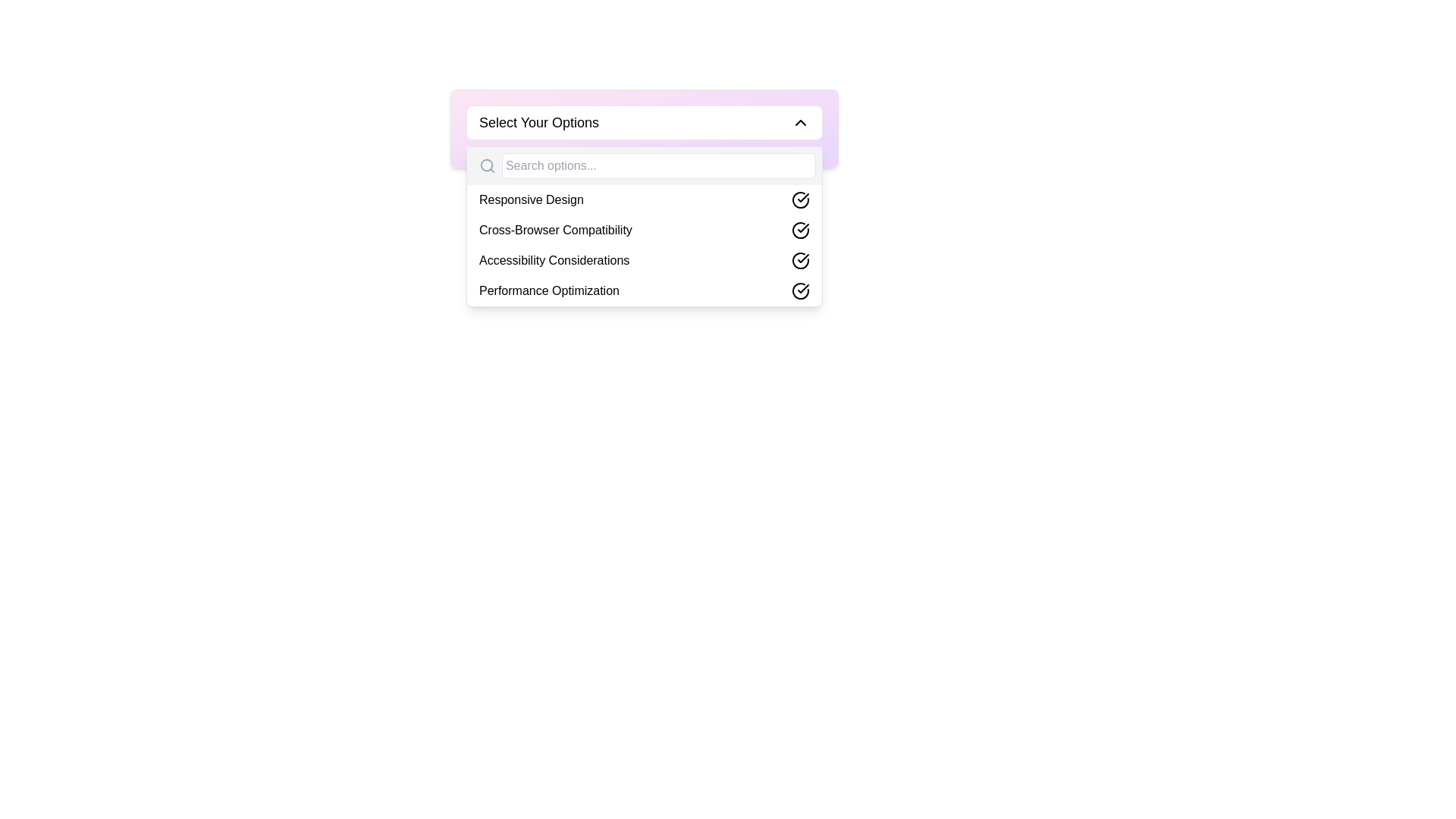 Image resolution: width=1456 pixels, height=819 pixels. What do you see at coordinates (800, 259) in the screenshot?
I see `the outlined circular icon with a checkmark inside, located at the far right of the 'Accessibility Considerations' option in the dropdown list` at bounding box center [800, 259].